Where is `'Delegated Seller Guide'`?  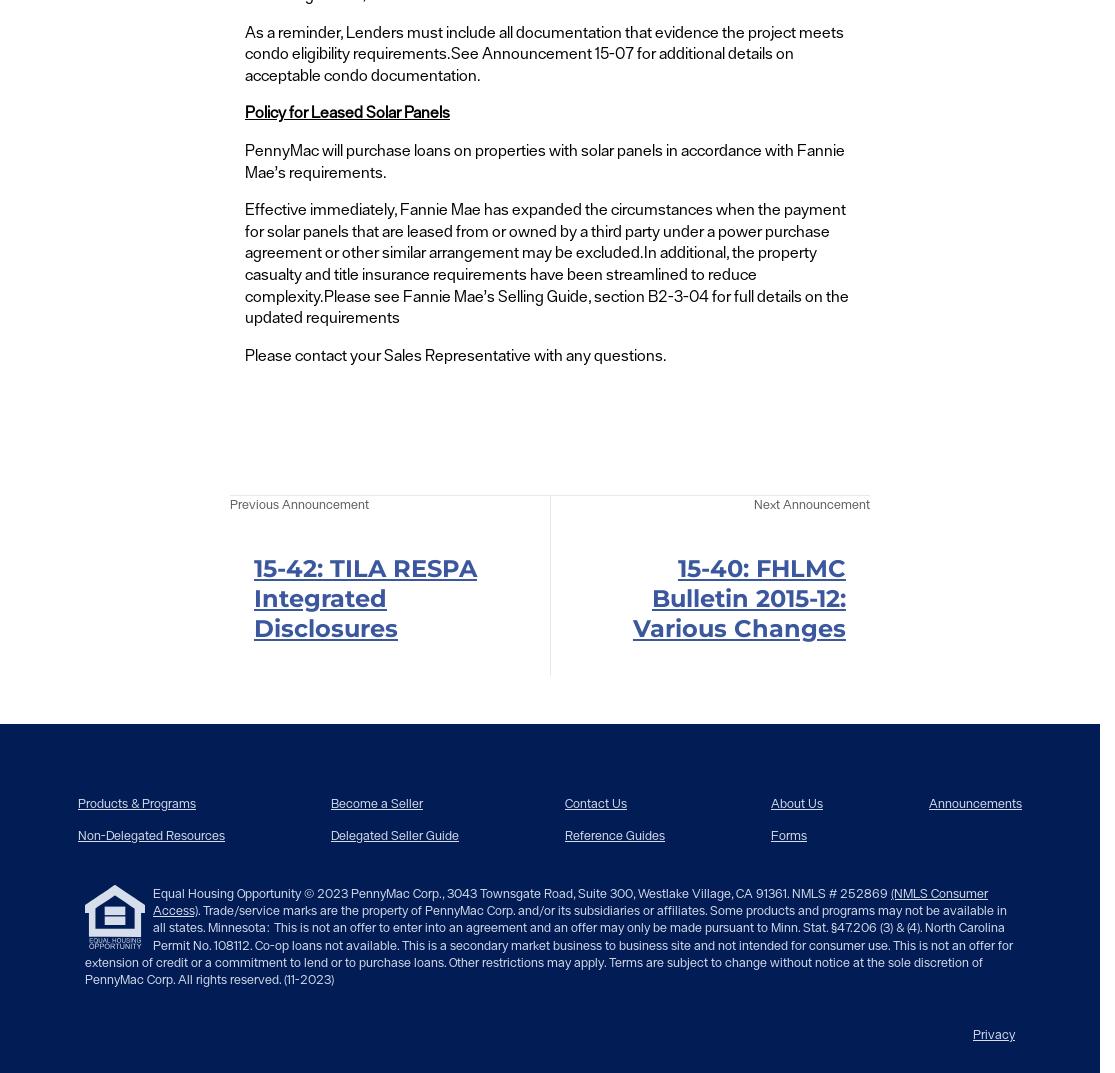 'Delegated Seller Guide' is located at coordinates (394, 834).